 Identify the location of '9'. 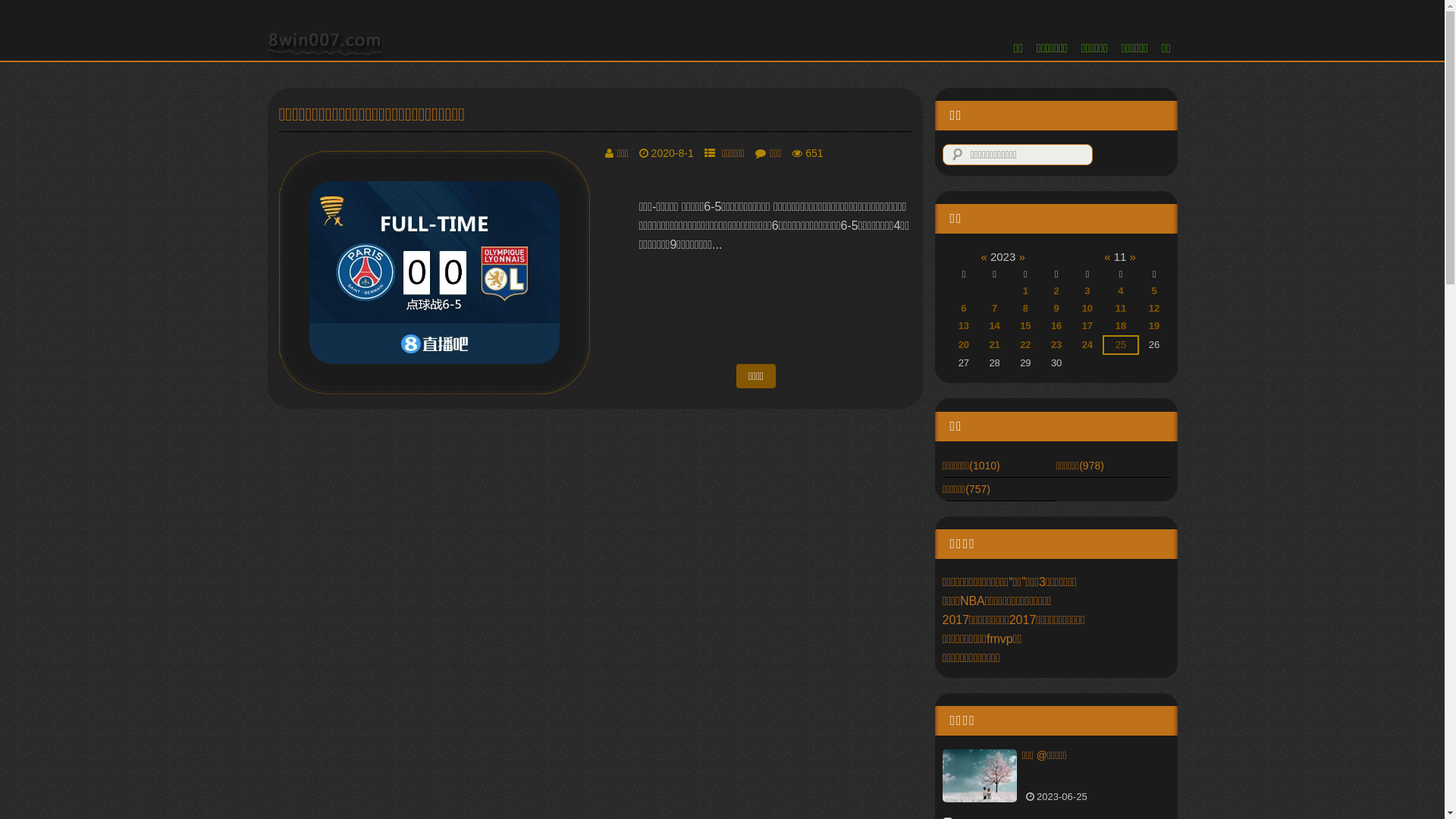
(1056, 307).